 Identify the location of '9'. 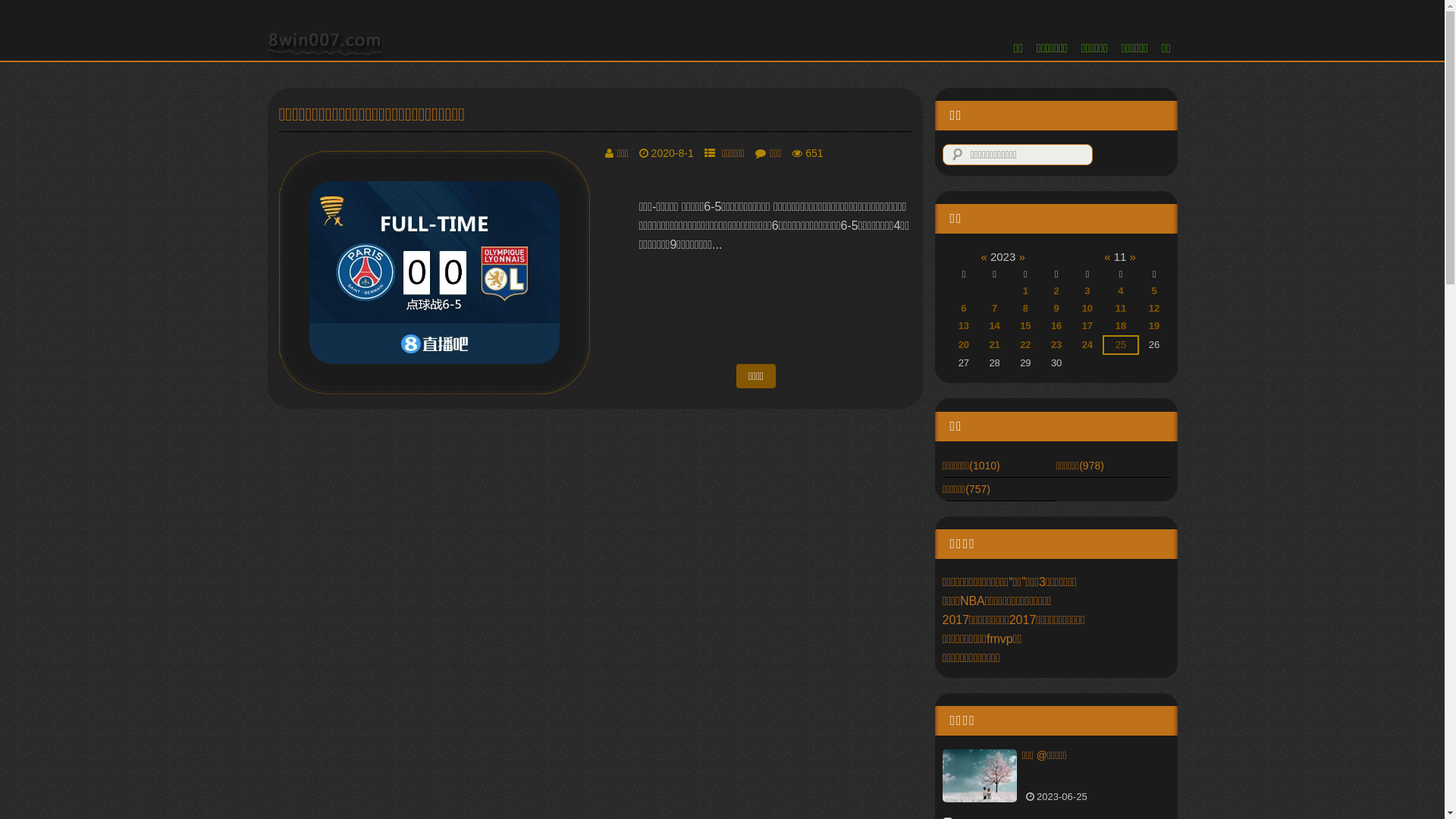
(1056, 307).